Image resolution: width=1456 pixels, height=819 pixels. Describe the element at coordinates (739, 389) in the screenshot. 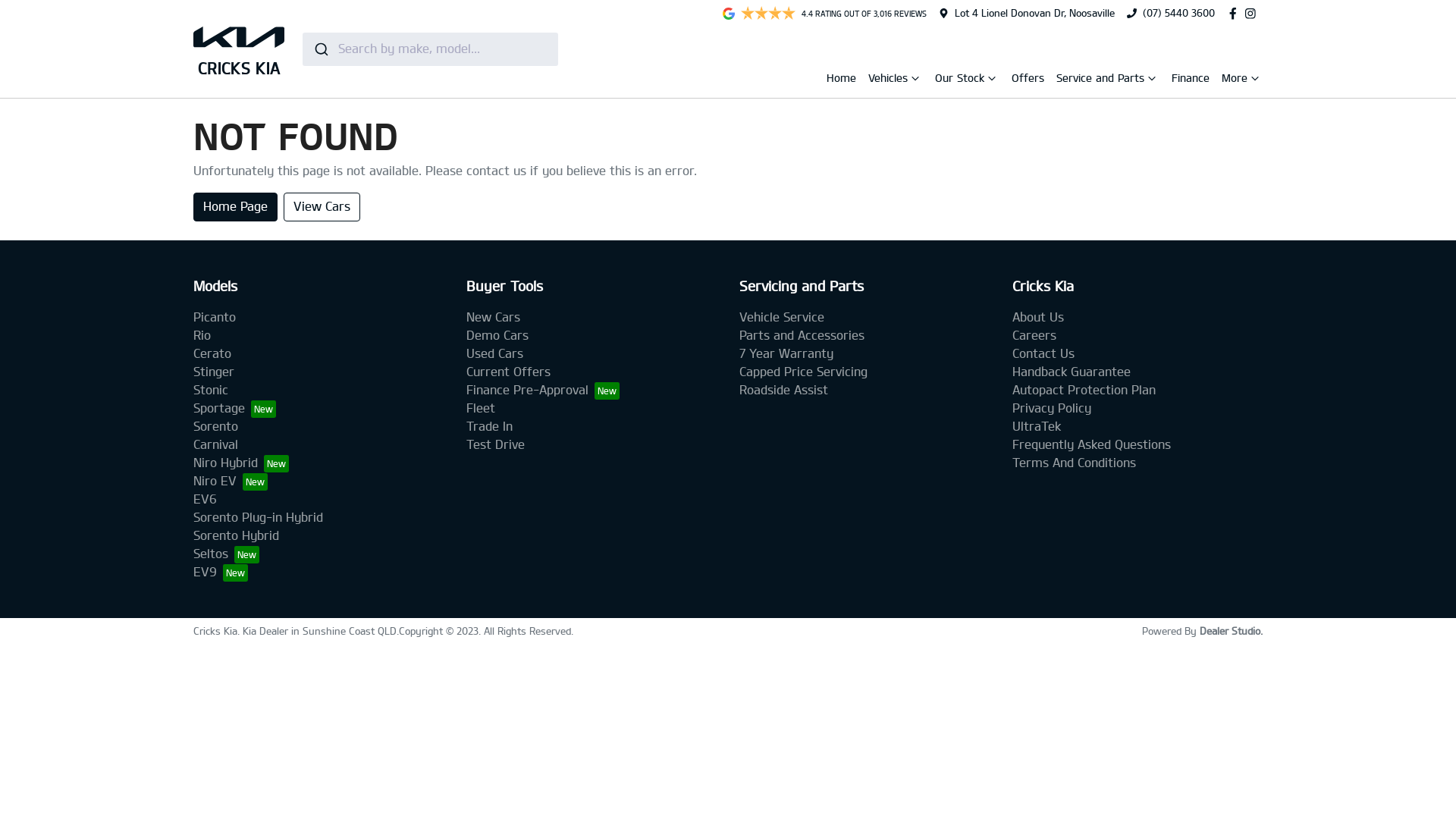

I see `'Roadside Assist'` at that location.